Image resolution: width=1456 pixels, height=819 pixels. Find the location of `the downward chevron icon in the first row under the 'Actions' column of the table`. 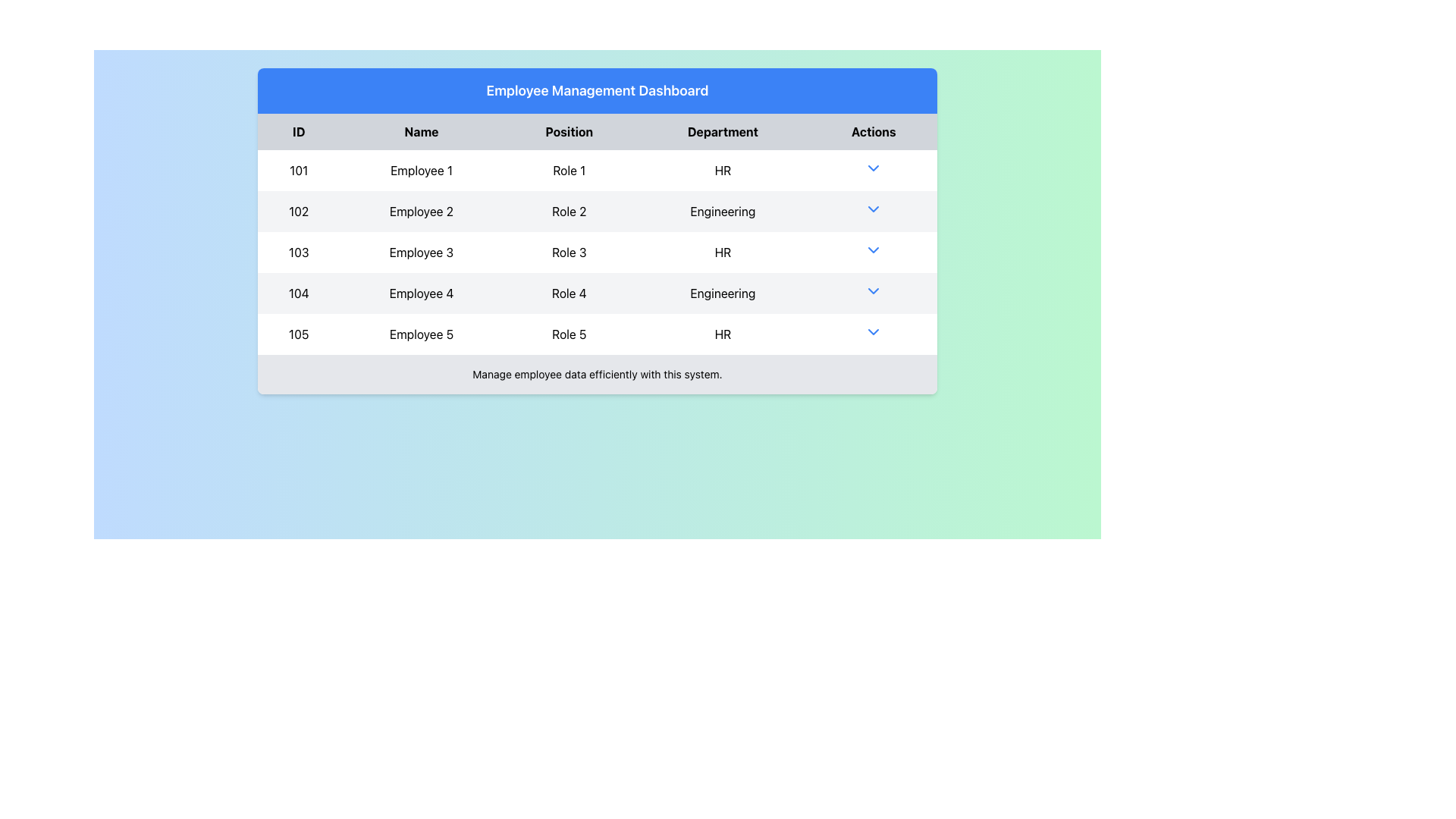

the downward chevron icon in the first row under the 'Actions' column of the table is located at coordinates (874, 168).